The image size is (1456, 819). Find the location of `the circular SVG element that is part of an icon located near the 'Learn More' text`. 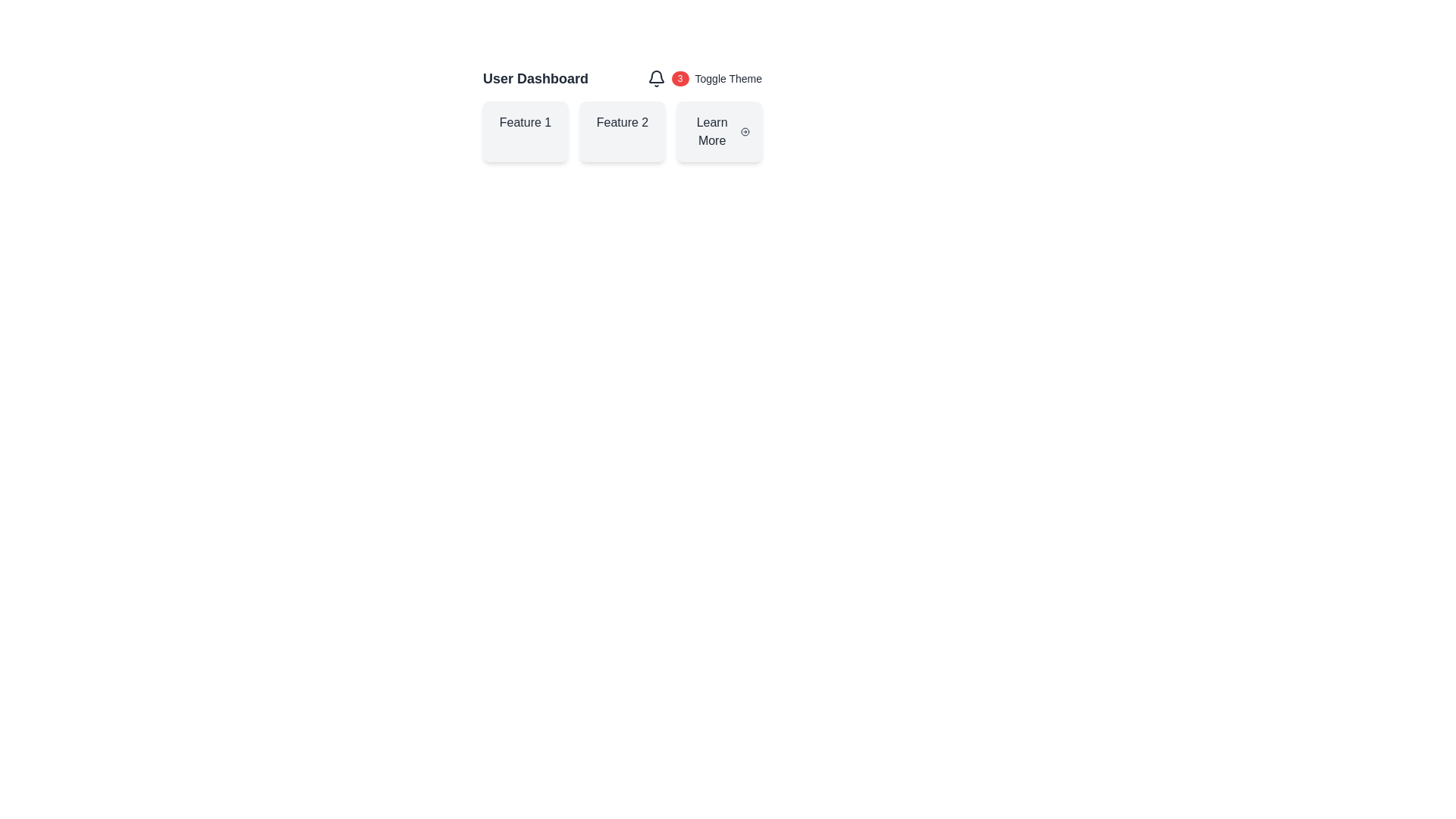

the circular SVG element that is part of an icon located near the 'Learn More' text is located at coordinates (745, 130).